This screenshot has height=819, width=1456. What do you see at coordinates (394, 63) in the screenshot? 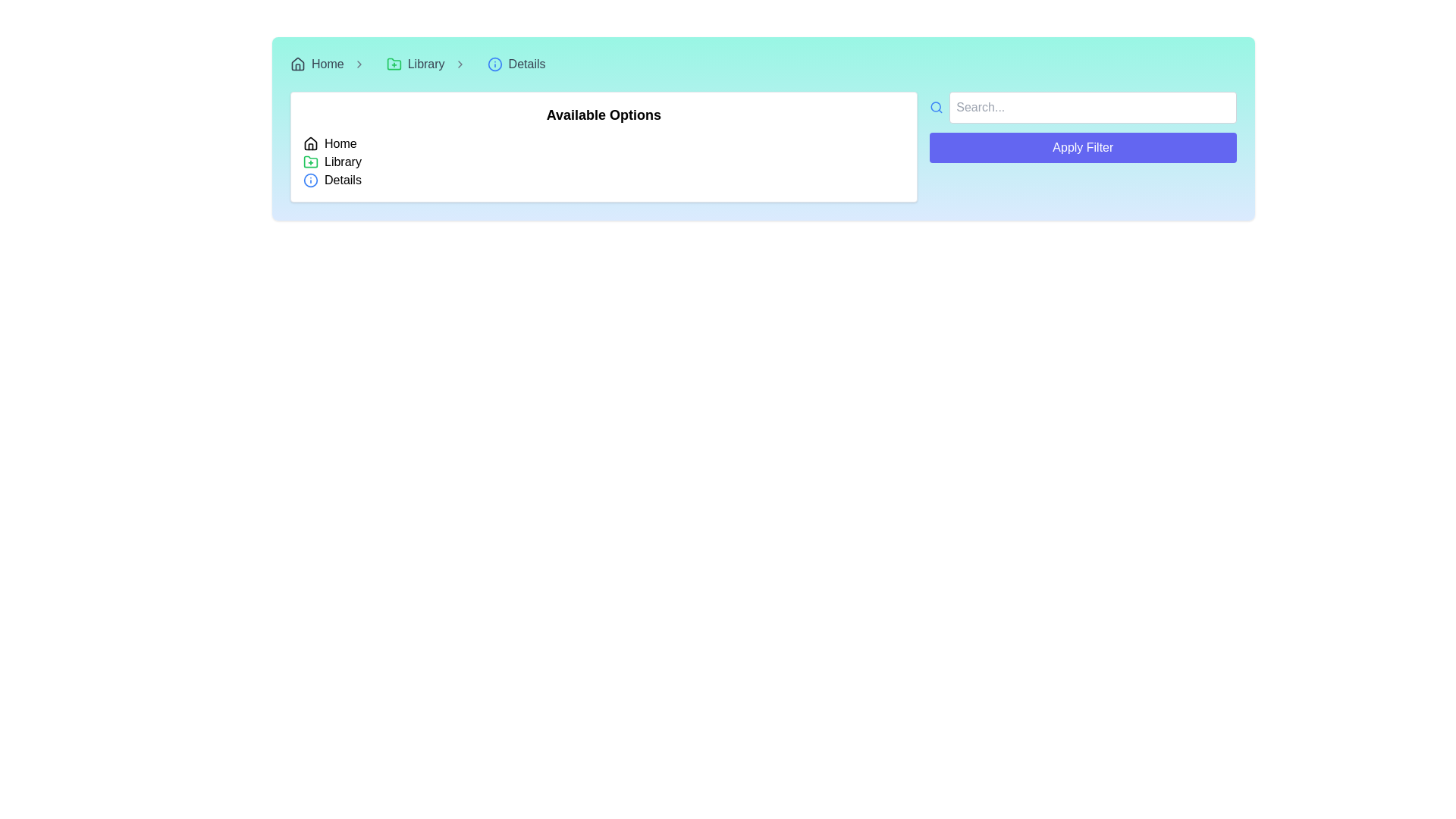
I see `the green folder icon with a plus symbol located next to the 'Library' label in the navigation bar` at bounding box center [394, 63].